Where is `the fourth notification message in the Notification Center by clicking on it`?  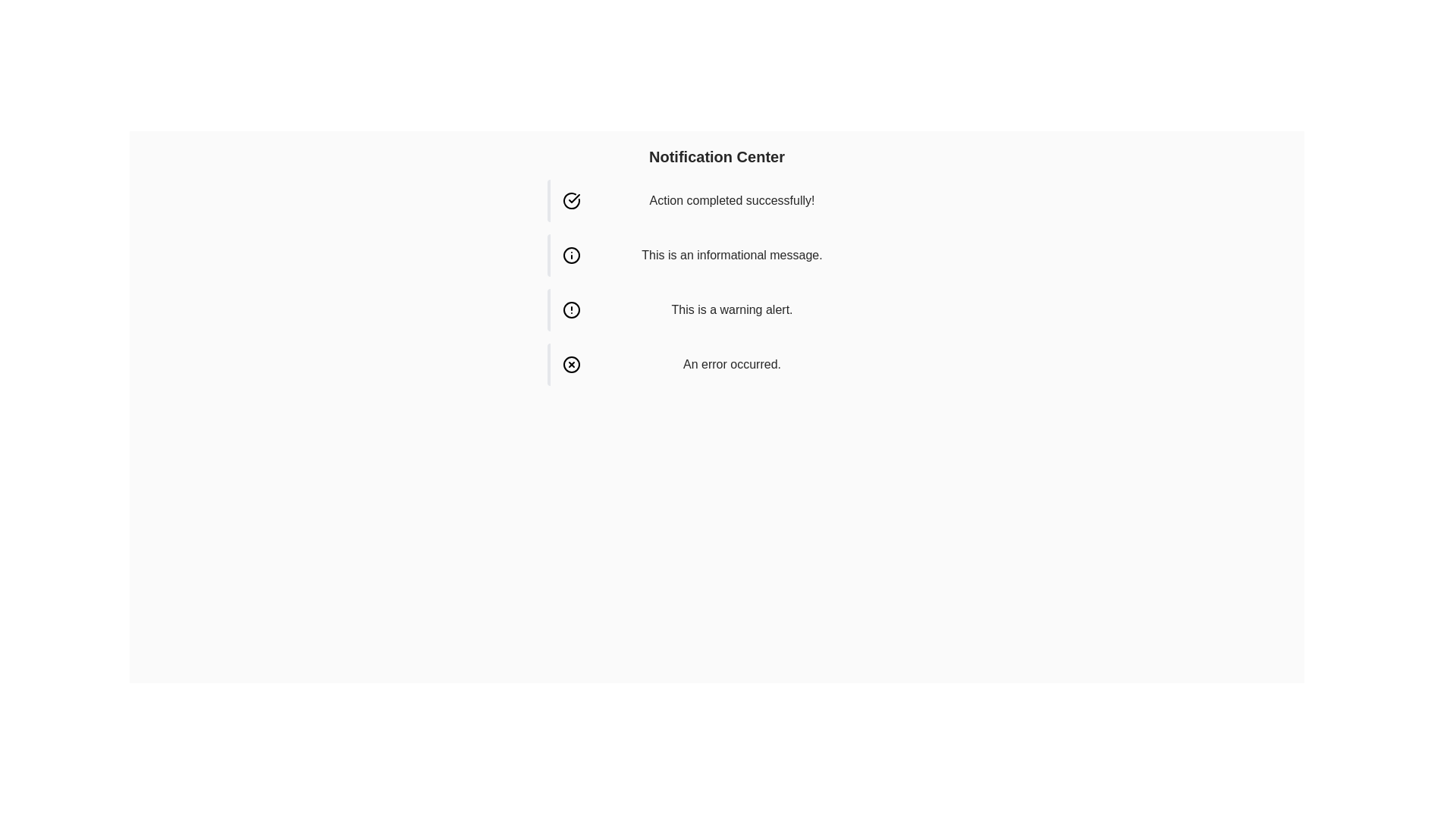 the fourth notification message in the Notification Center by clicking on it is located at coordinates (716, 365).